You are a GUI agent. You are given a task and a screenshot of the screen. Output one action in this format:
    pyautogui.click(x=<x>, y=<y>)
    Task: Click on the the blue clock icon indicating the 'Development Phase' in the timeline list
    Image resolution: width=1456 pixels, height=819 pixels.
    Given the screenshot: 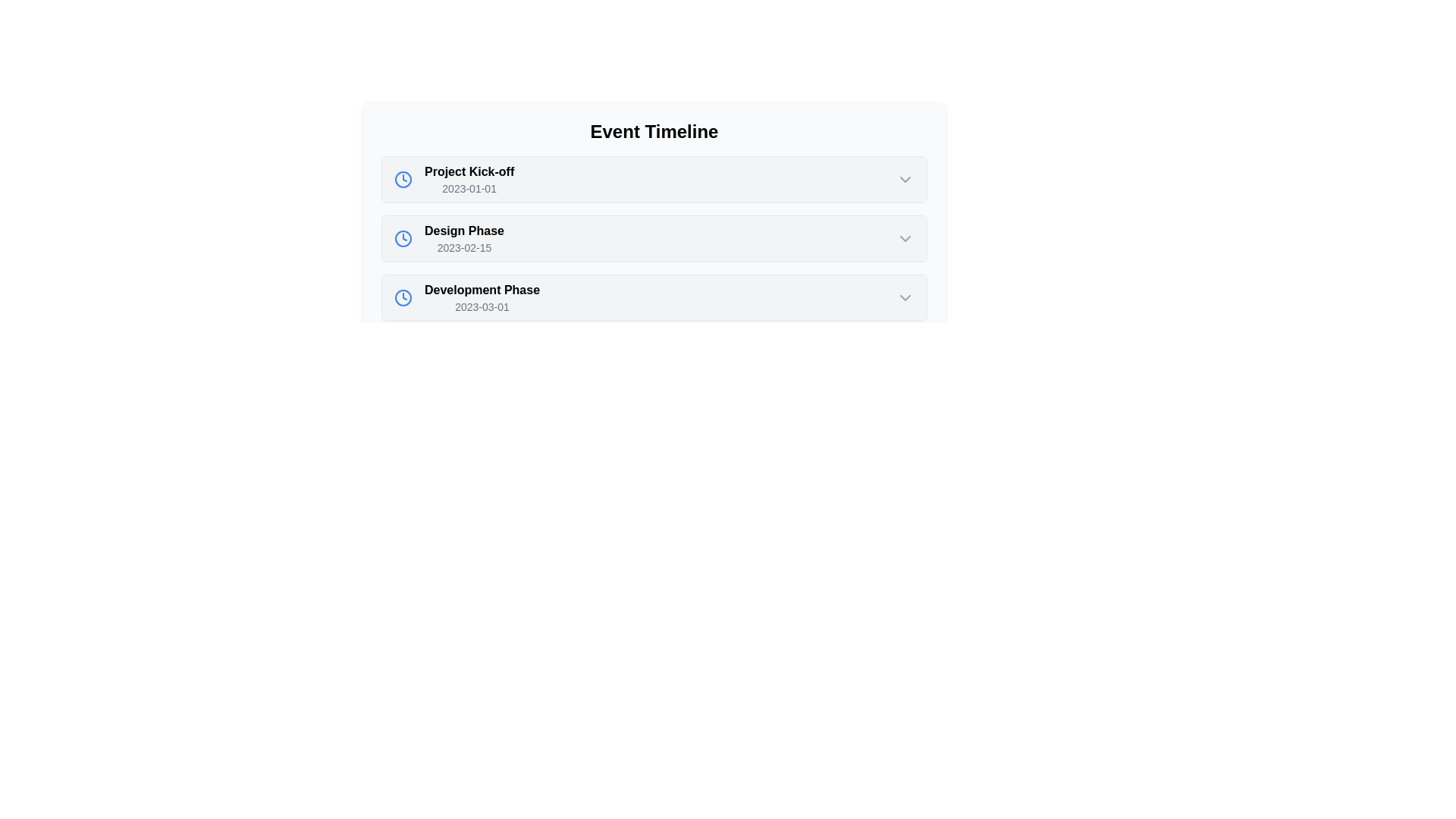 What is the action you would take?
    pyautogui.click(x=403, y=298)
    